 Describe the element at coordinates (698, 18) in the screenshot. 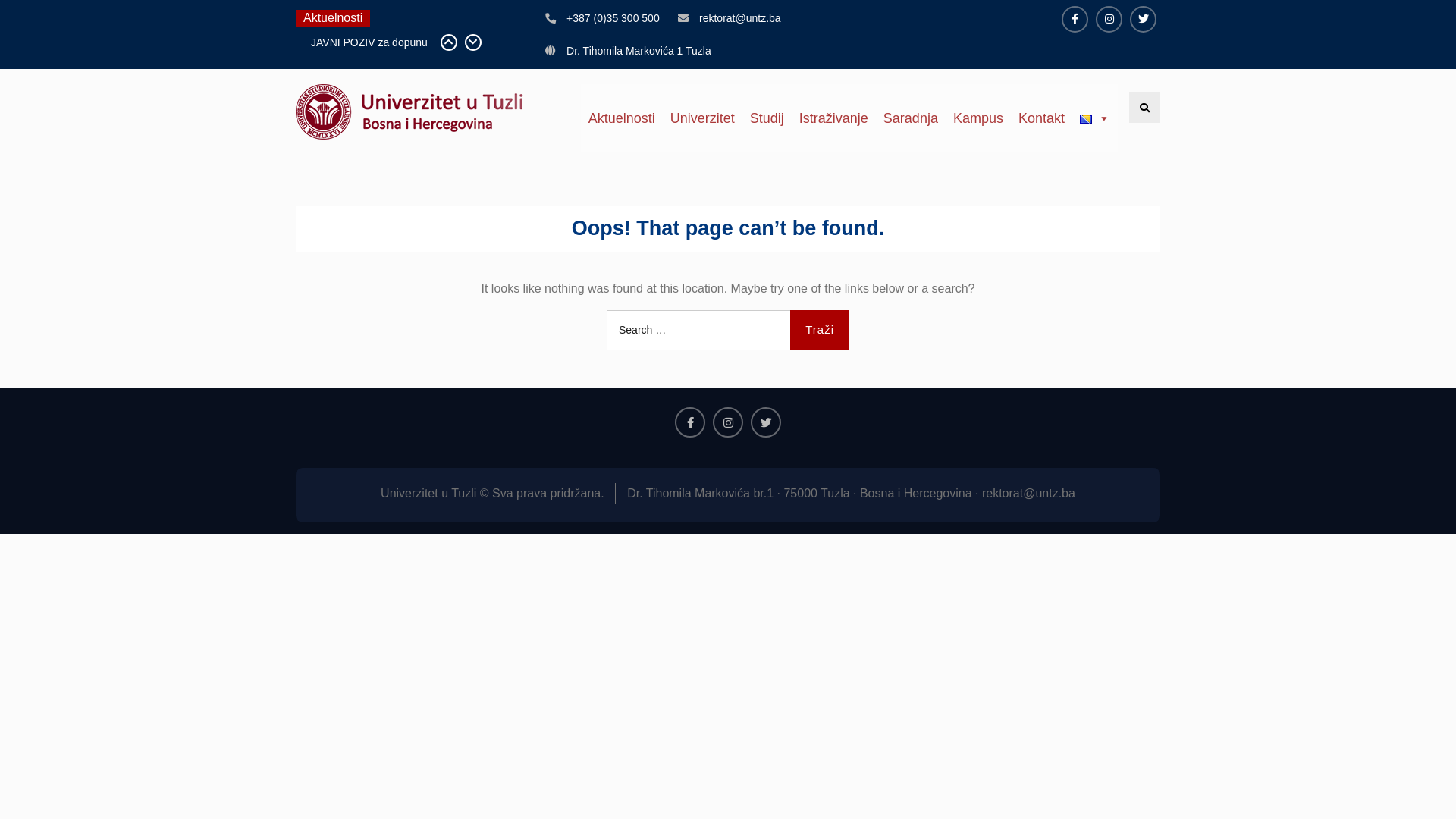

I see `'rektorat@untz.ba'` at that location.